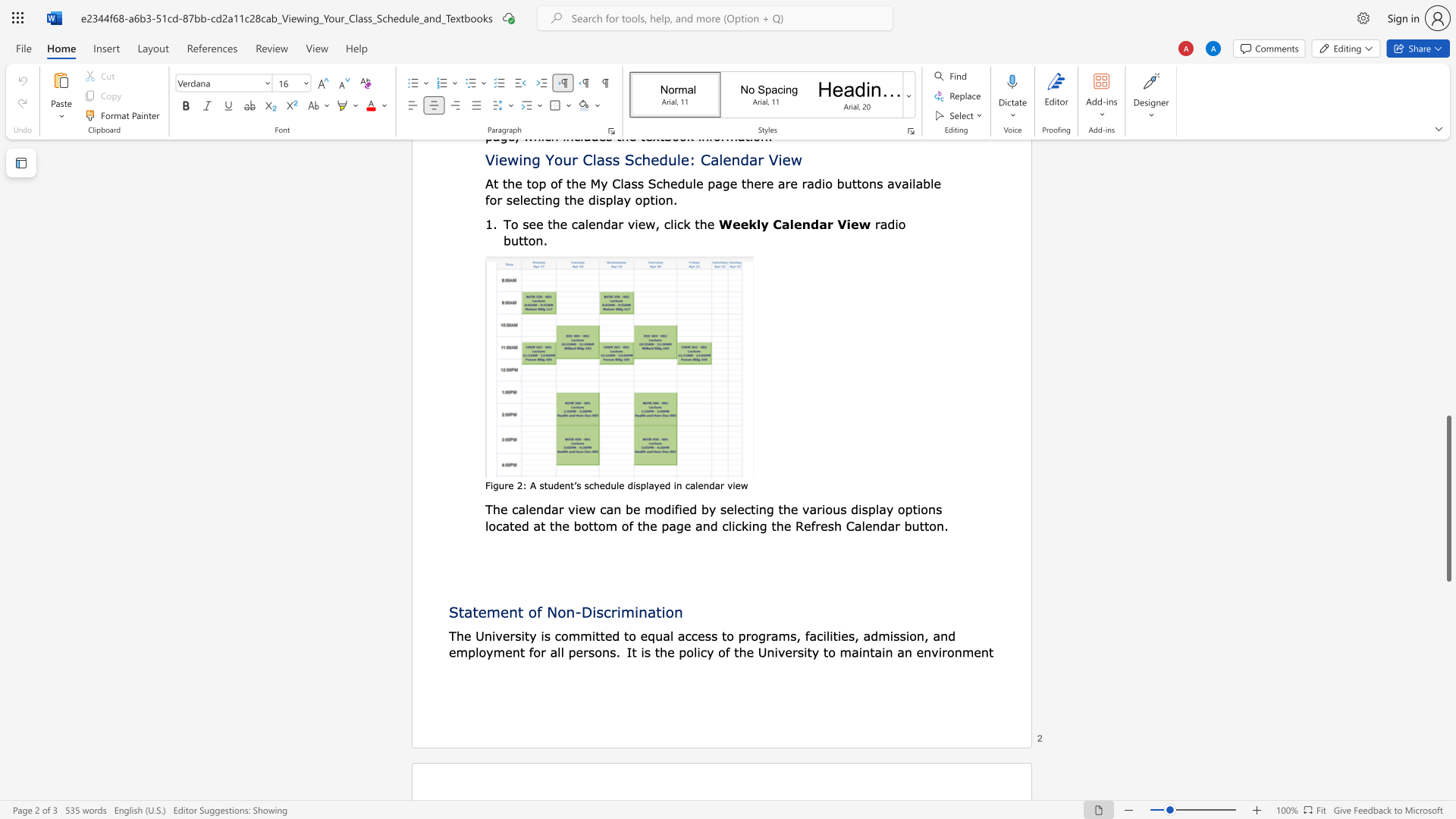  I want to click on the scrollbar on the right to move the page upward, so click(1448, 158).